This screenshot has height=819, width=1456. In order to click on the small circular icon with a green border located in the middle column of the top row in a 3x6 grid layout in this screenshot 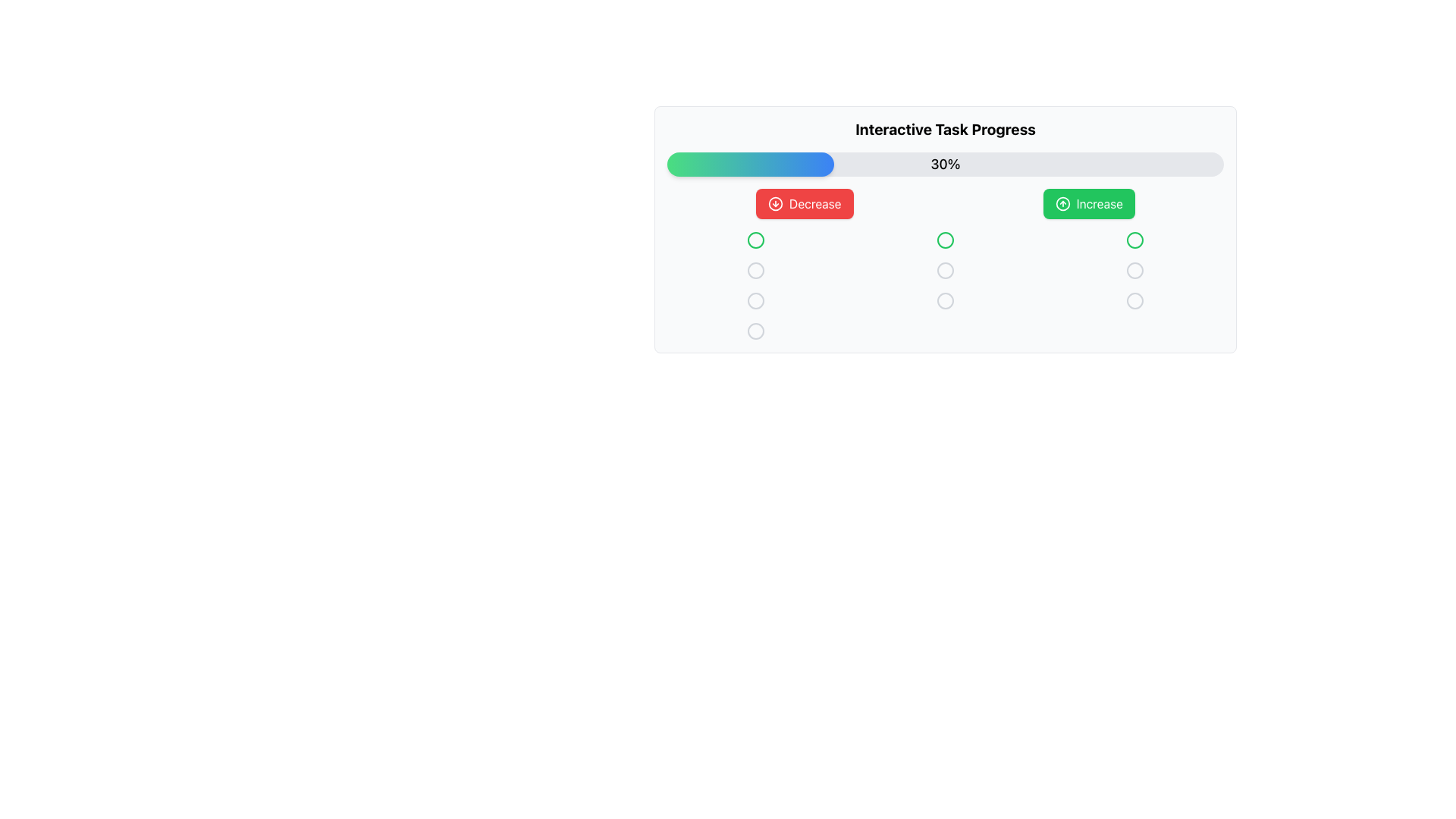, I will do `click(945, 239)`.